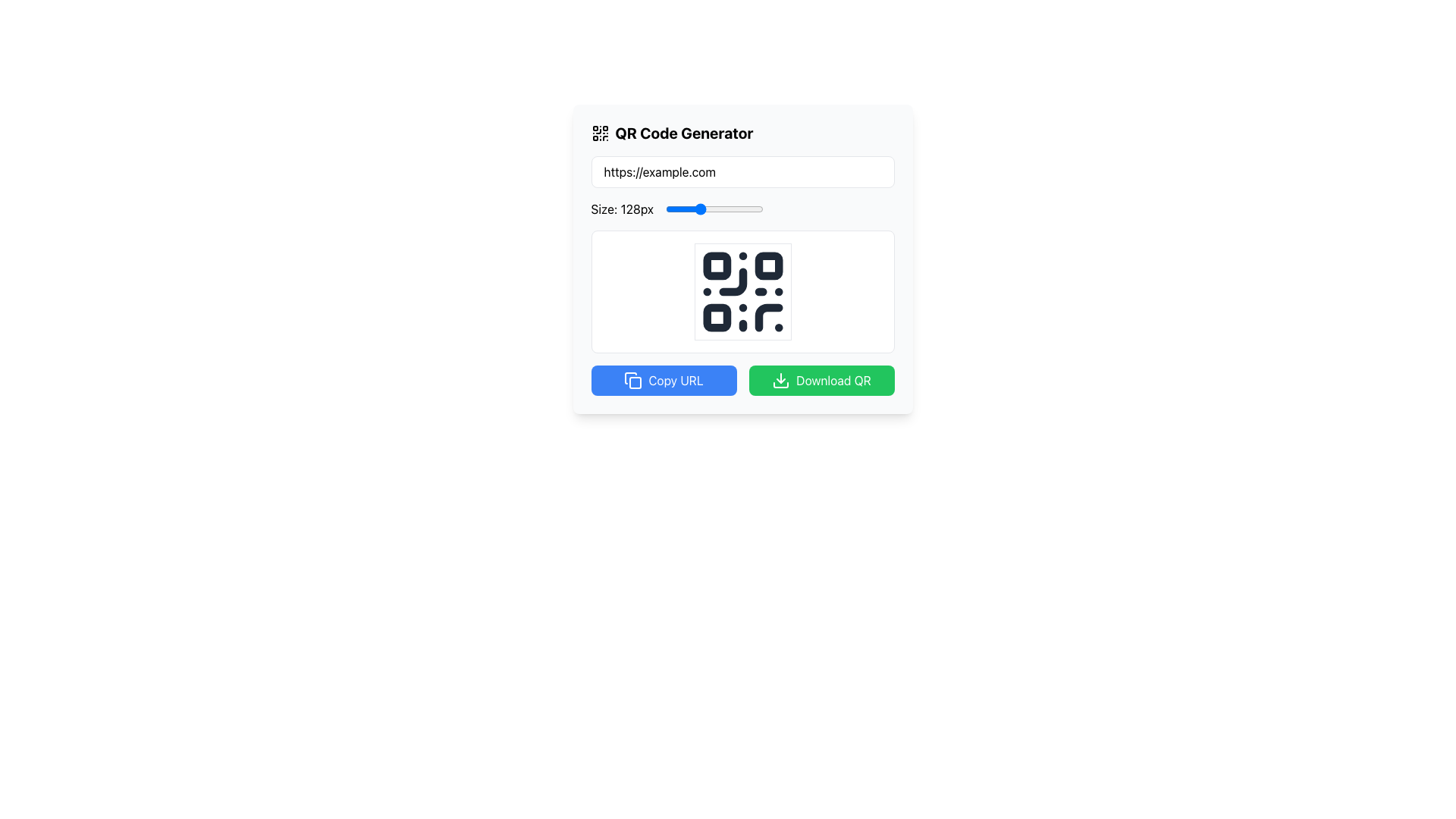  Describe the element at coordinates (781, 379) in the screenshot. I see `the download icon located within the green 'Download QR' button at the bottom-right section of the interface` at that location.